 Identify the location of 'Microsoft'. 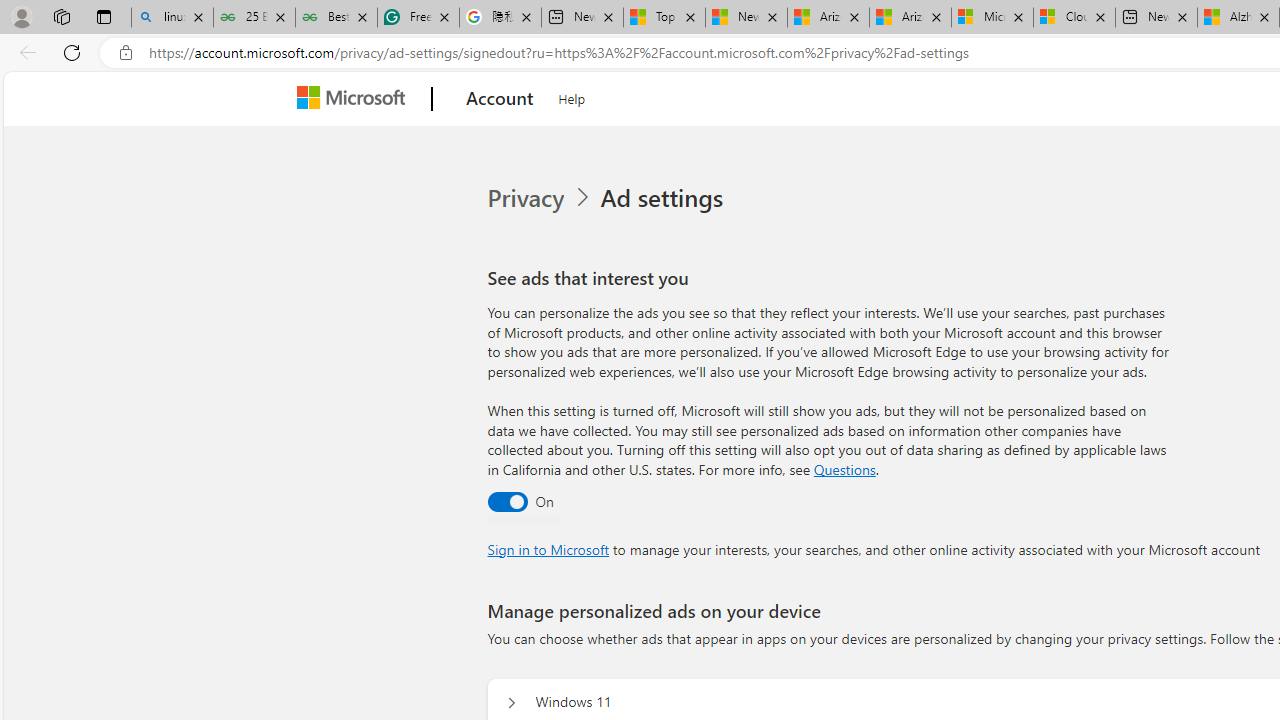
(355, 99).